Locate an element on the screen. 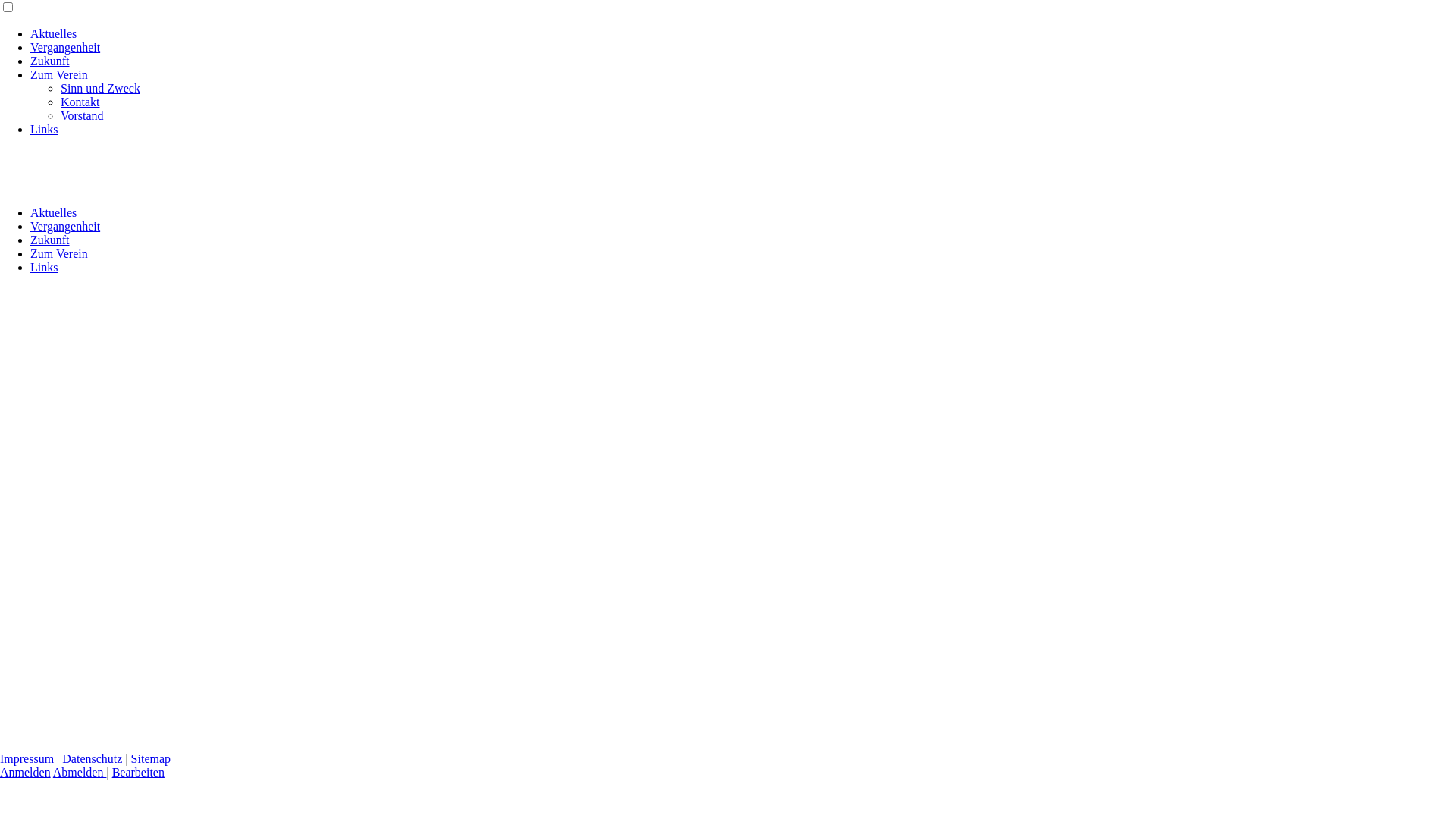 This screenshot has height=819, width=1456. 'Anmelden' is located at coordinates (25, 772).